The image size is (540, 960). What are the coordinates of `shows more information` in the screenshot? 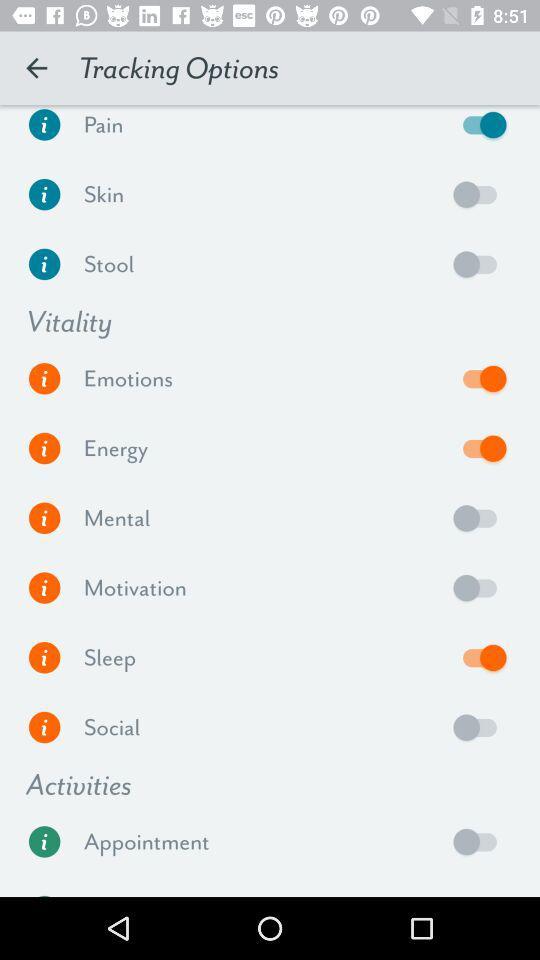 It's located at (44, 517).